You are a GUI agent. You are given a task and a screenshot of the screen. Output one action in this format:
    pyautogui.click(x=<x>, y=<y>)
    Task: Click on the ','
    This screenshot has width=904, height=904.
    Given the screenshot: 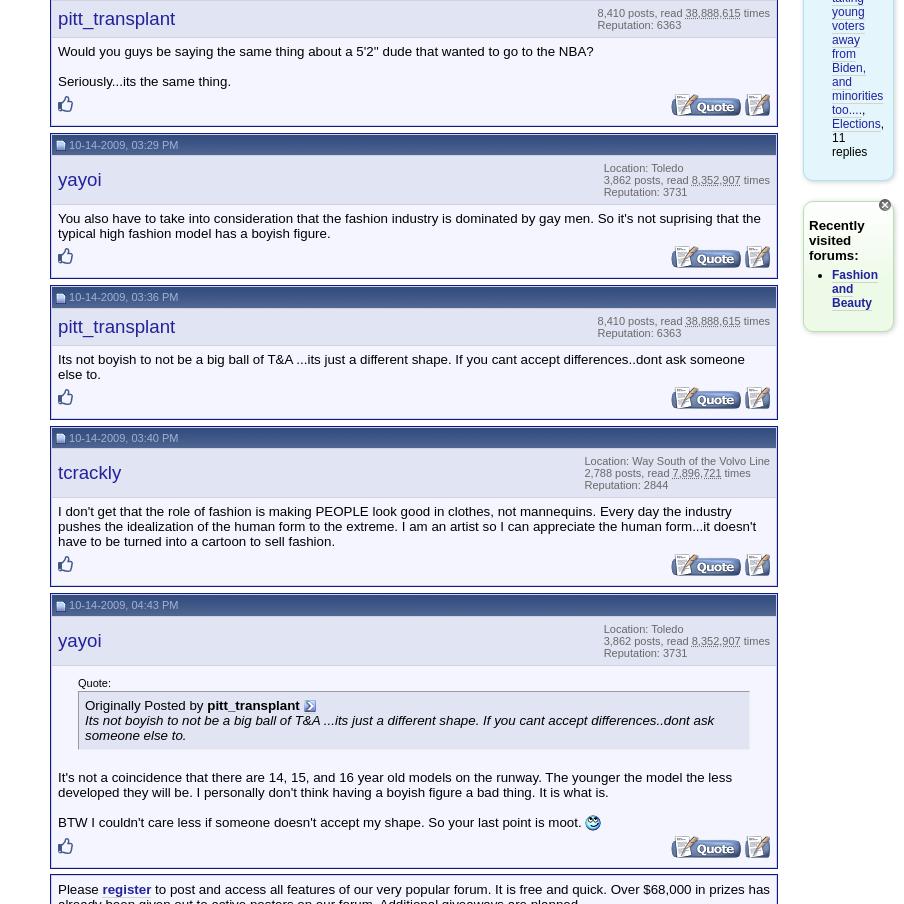 What is the action you would take?
    pyautogui.click(x=863, y=109)
    